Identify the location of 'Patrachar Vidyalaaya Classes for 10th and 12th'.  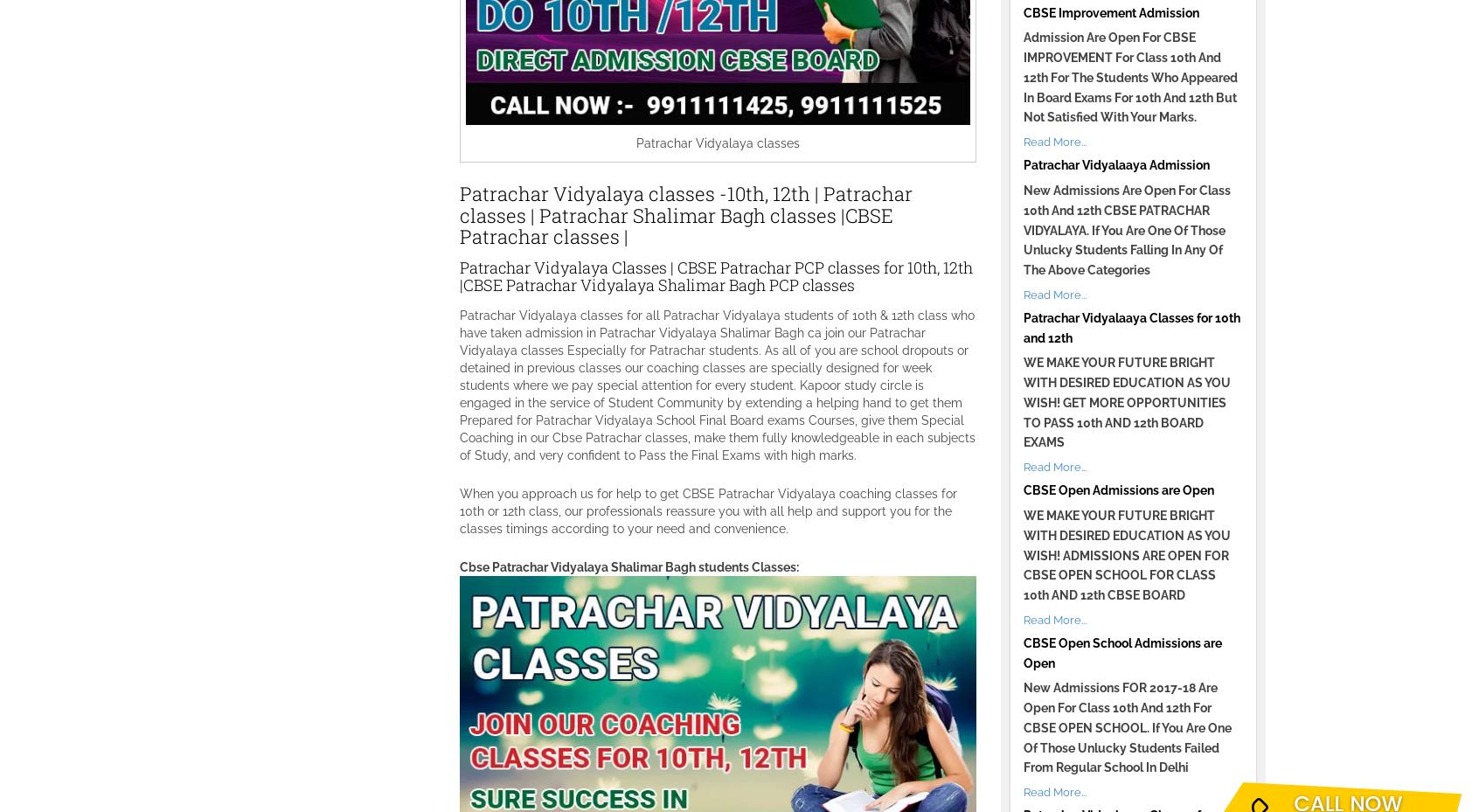
(1130, 326).